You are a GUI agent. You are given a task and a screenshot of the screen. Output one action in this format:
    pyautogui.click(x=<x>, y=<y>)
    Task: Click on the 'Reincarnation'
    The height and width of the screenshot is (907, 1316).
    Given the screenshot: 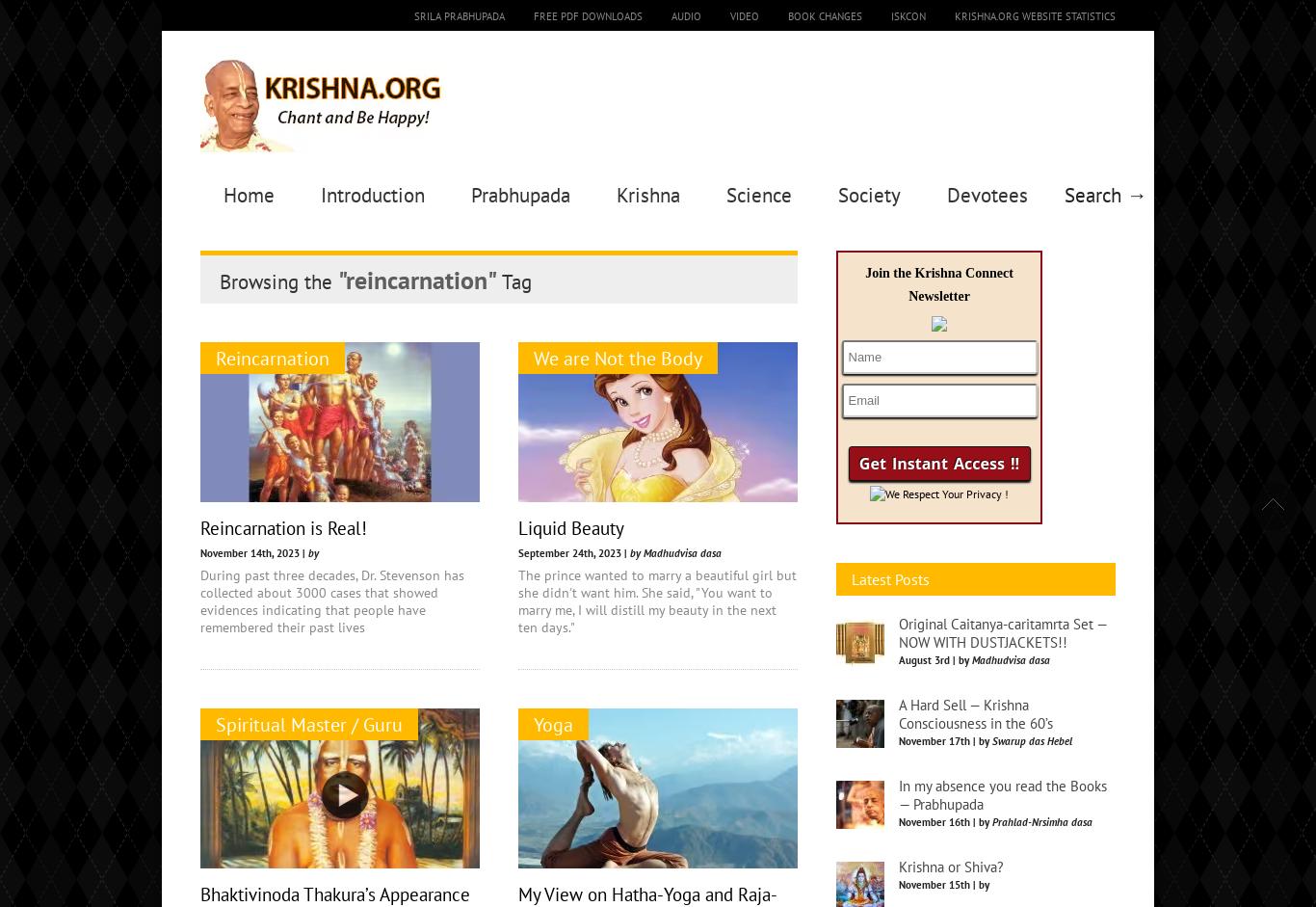 What is the action you would take?
    pyautogui.click(x=273, y=358)
    